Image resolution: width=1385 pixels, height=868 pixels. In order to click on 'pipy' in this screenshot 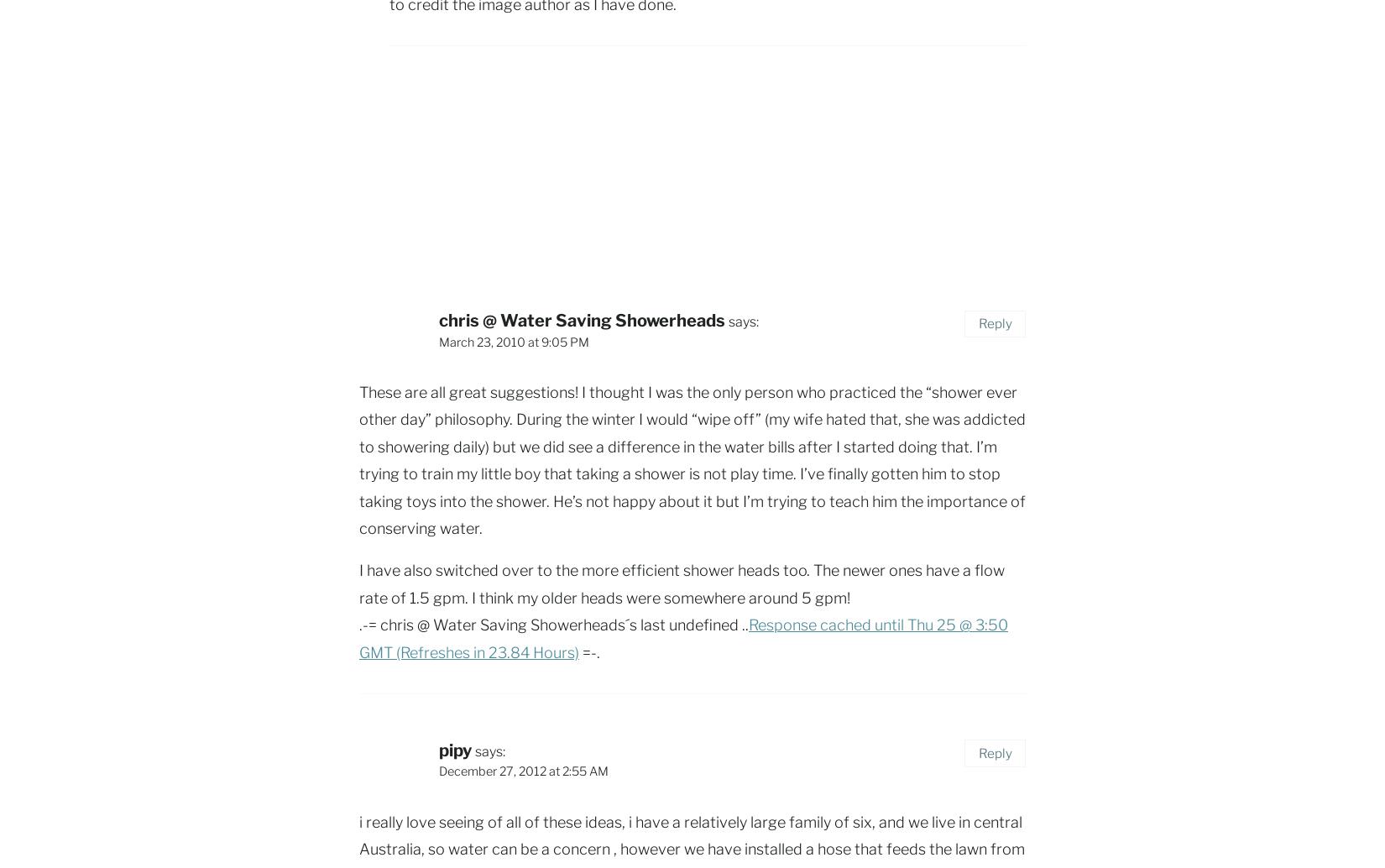, I will do `click(454, 748)`.